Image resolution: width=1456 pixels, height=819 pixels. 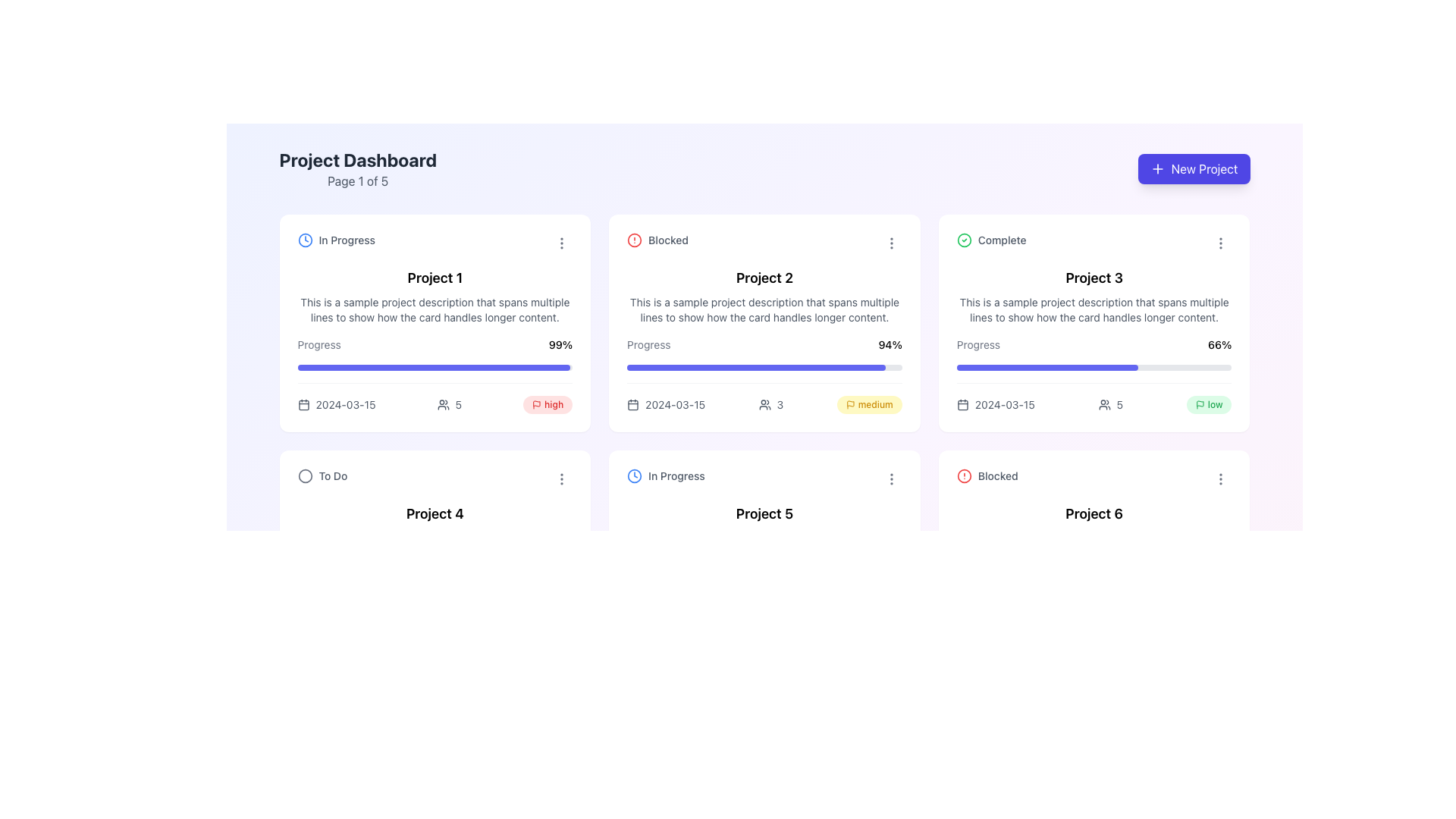 I want to click on the associated icon of the Status indicator labeled 'Blocked' located at the top of the 'Project 2' card, so click(x=764, y=243).